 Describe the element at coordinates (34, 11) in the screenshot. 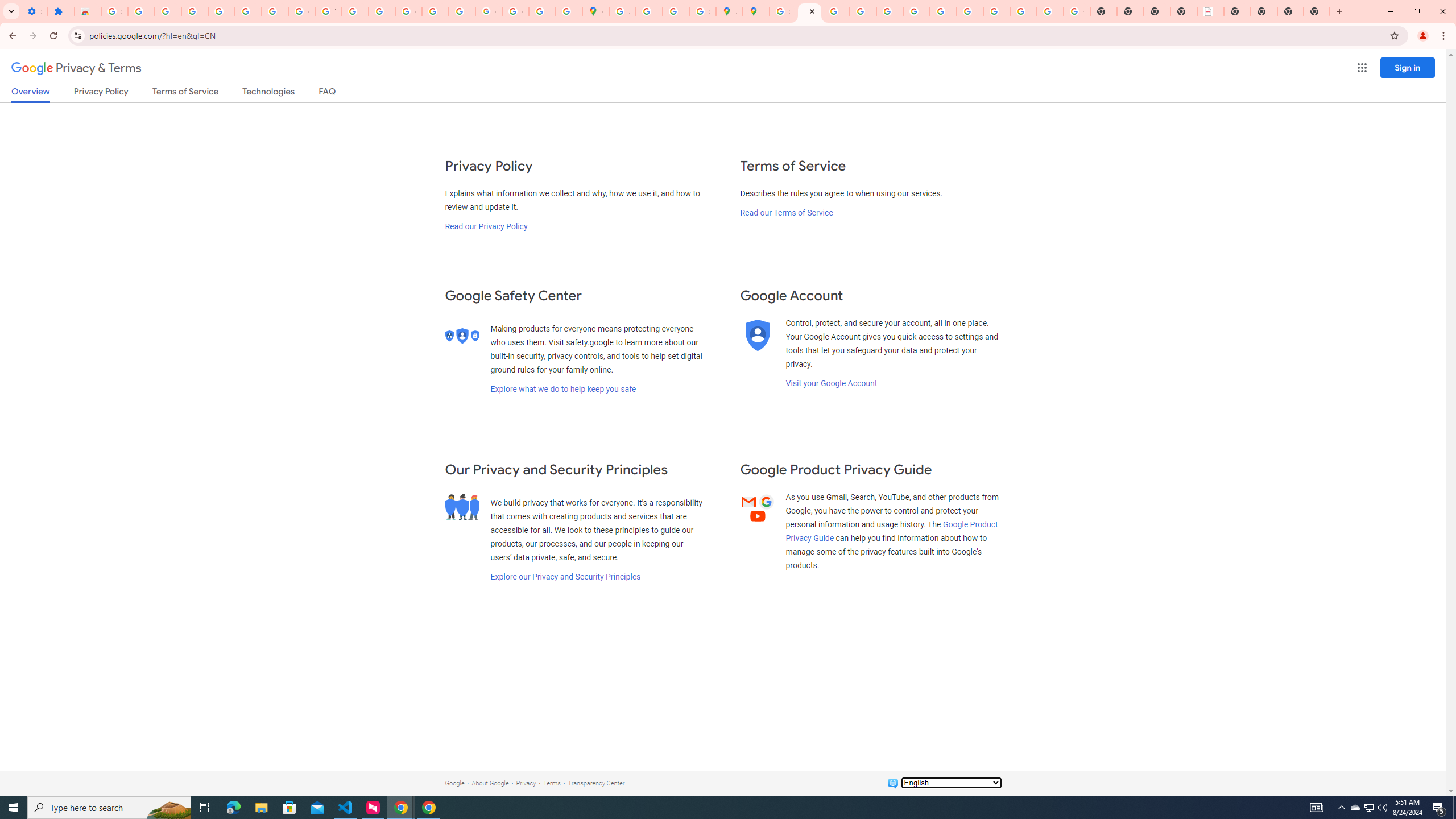

I see `'Settings - On startup'` at that location.